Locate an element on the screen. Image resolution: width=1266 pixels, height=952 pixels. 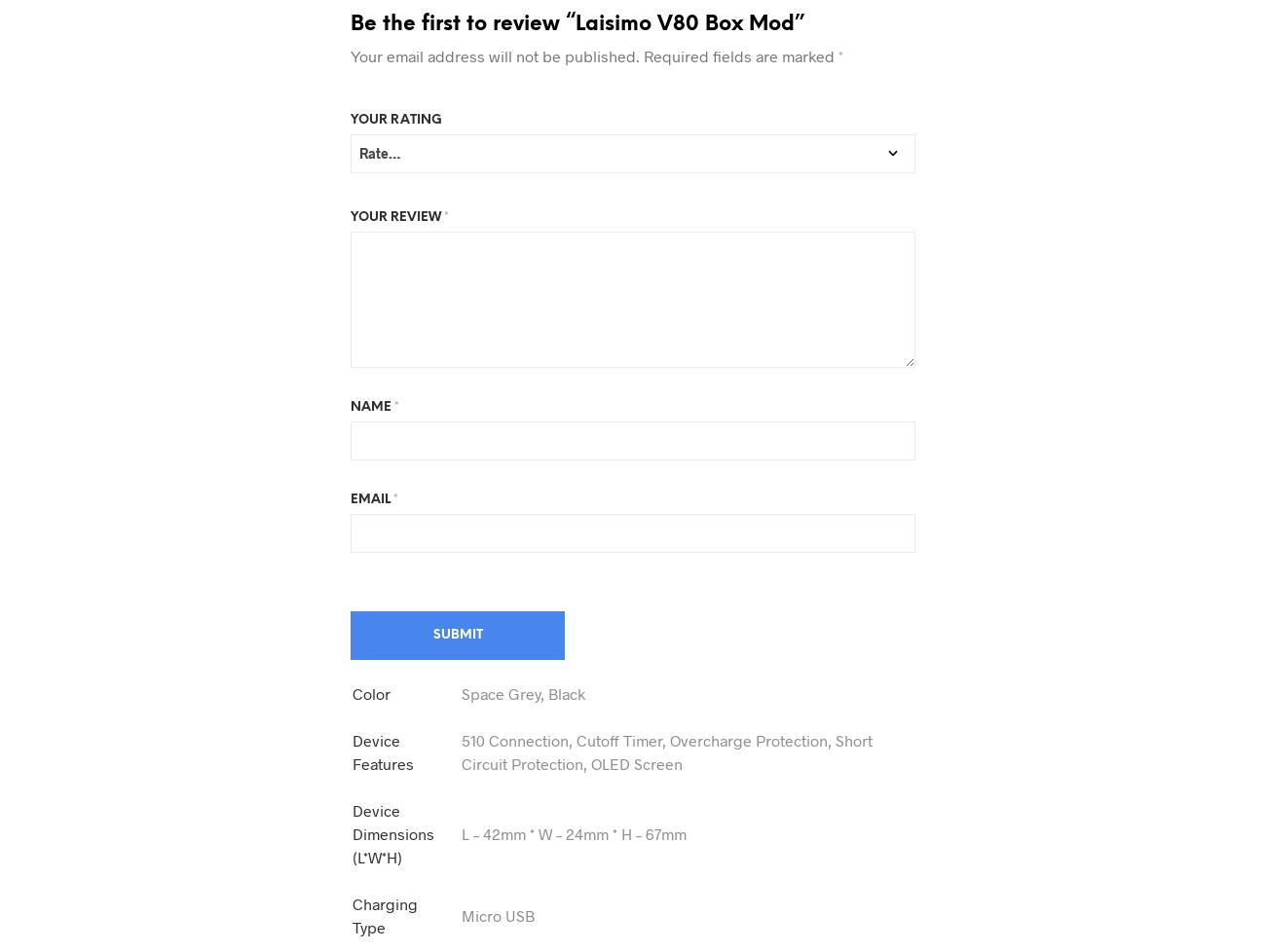
'Be the first to review “Laisimo V80 Box Mod”' is located at coordinates (349, 24).